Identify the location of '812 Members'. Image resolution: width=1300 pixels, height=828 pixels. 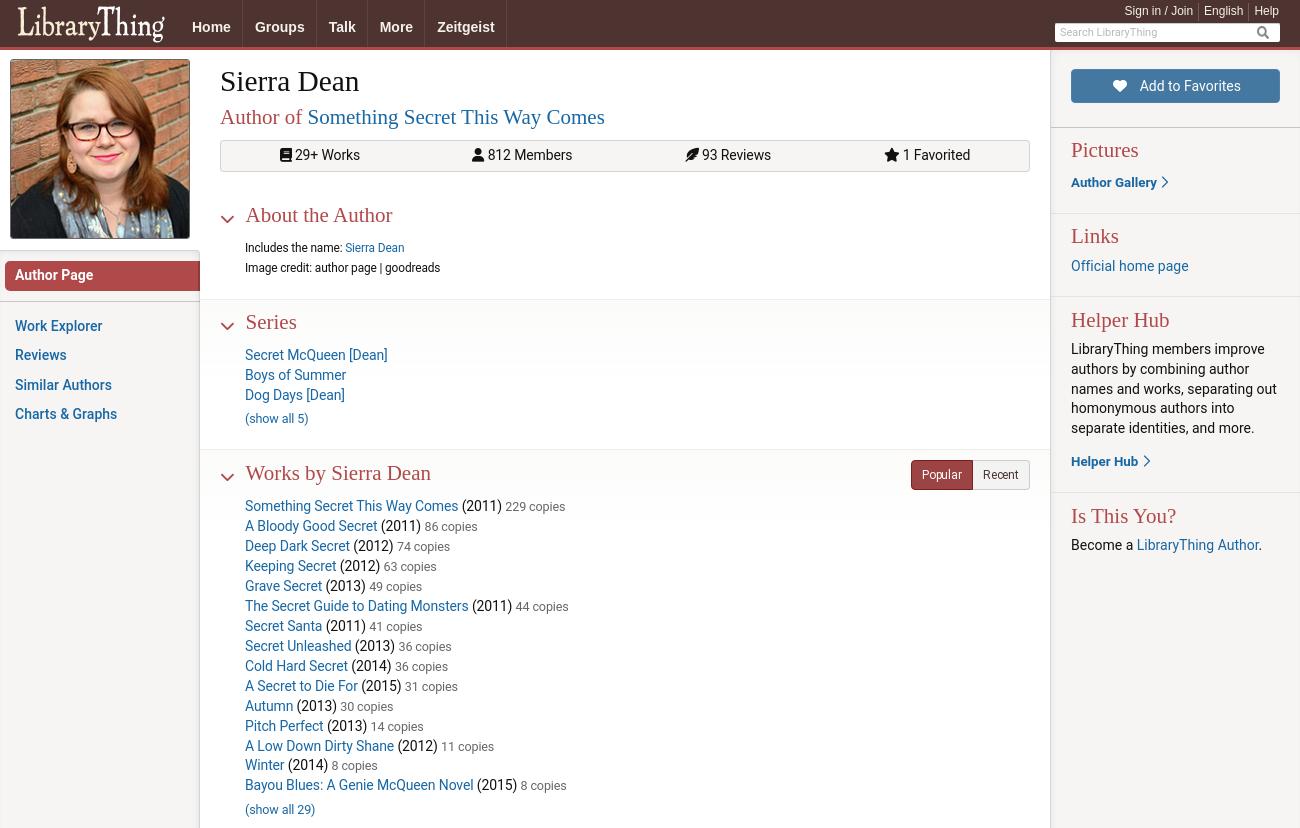
(482, 155).